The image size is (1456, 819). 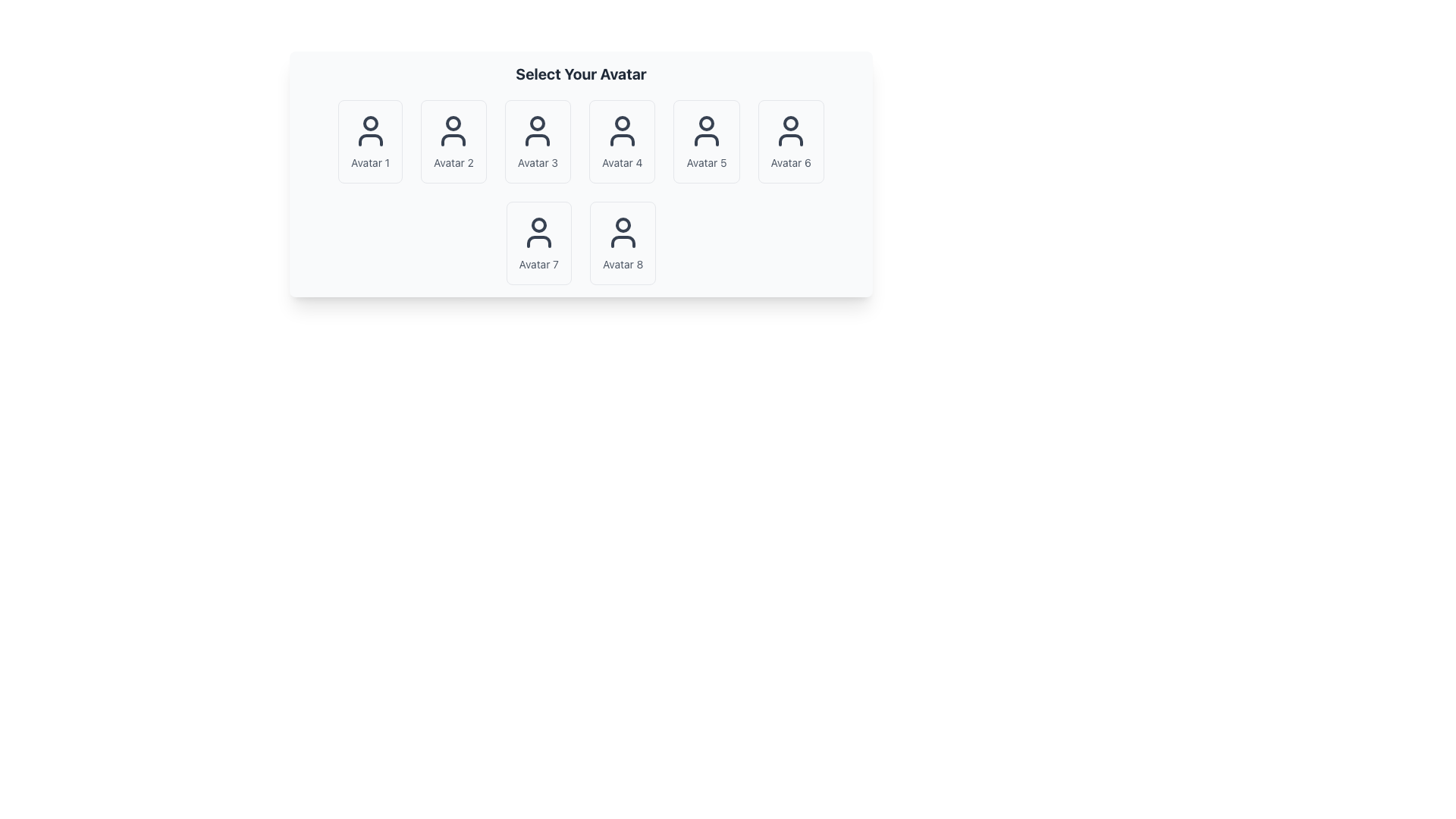 I want to click on the small circular shape representing a head within the 'Avatar 7' user icon, which is the second icon from the left in the lower row of selectable user icons, so click(x=538, y=225).